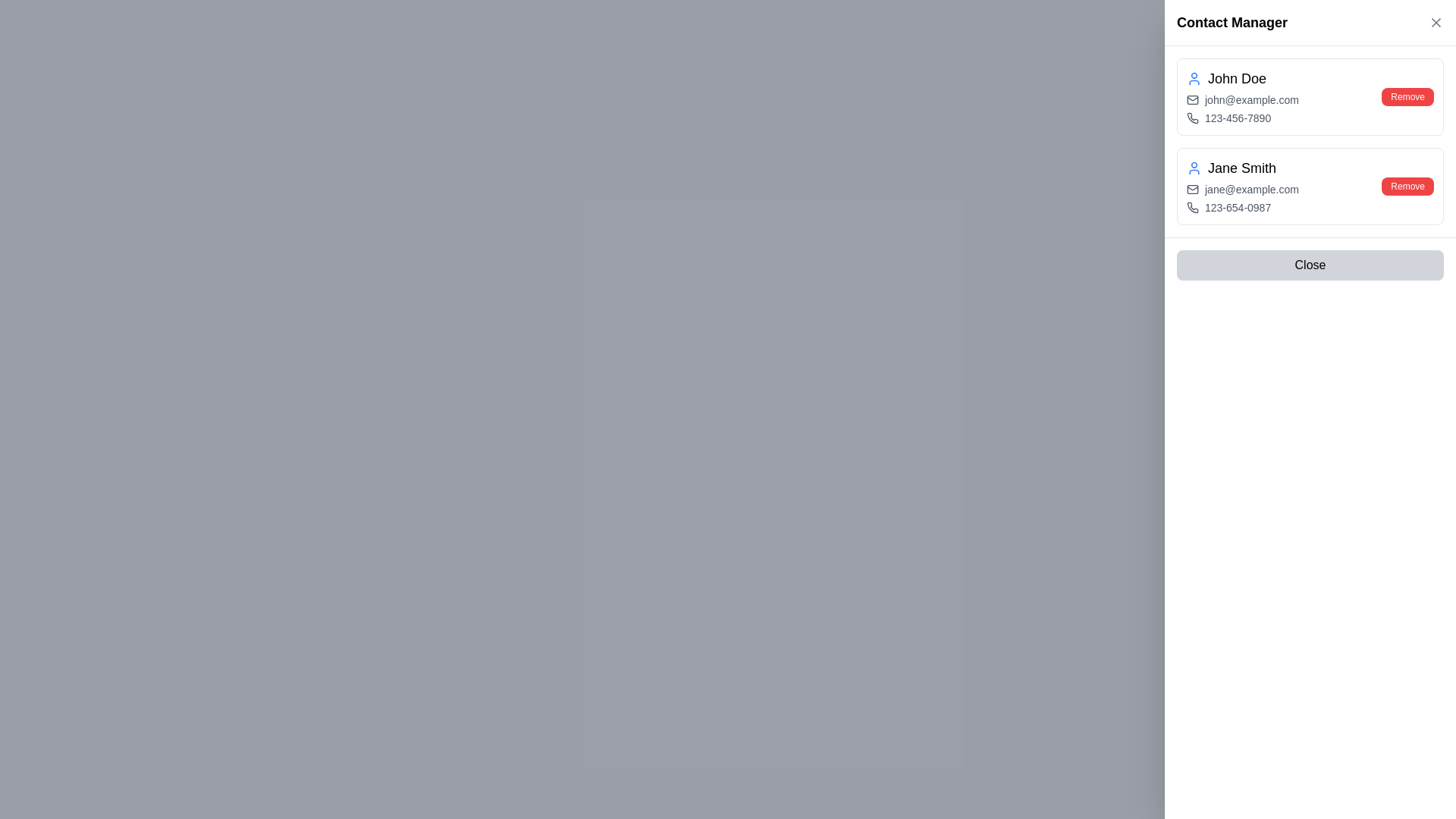 Image resolution: width=1456 pixels, height=819 pixels. Describe the element at coordinates (1193, 79) in the screenshot. I see `the profile icon representing the user 'John Doe'` at that location.